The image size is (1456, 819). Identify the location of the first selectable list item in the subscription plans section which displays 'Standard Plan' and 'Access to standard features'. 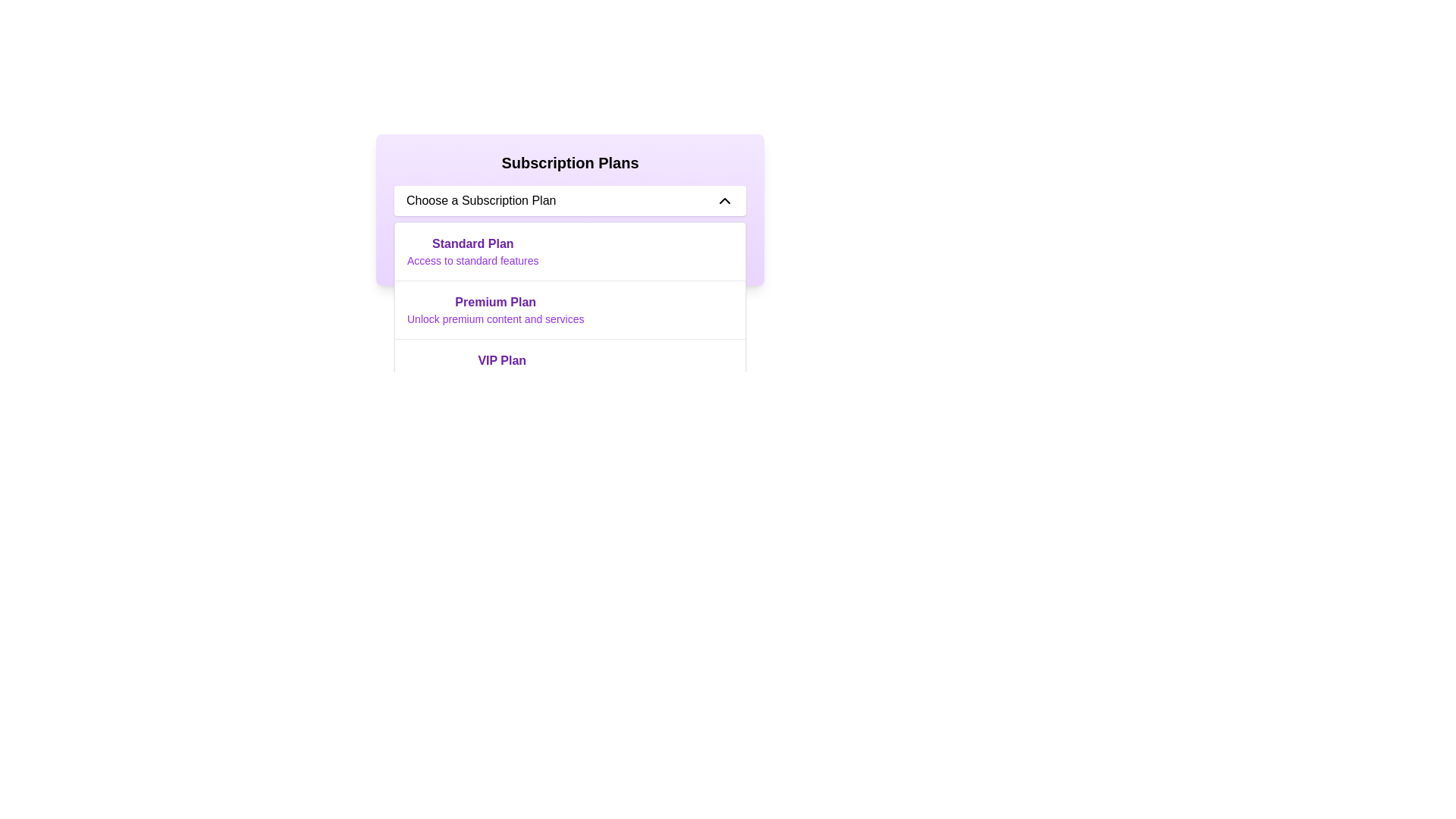
(472, 250).